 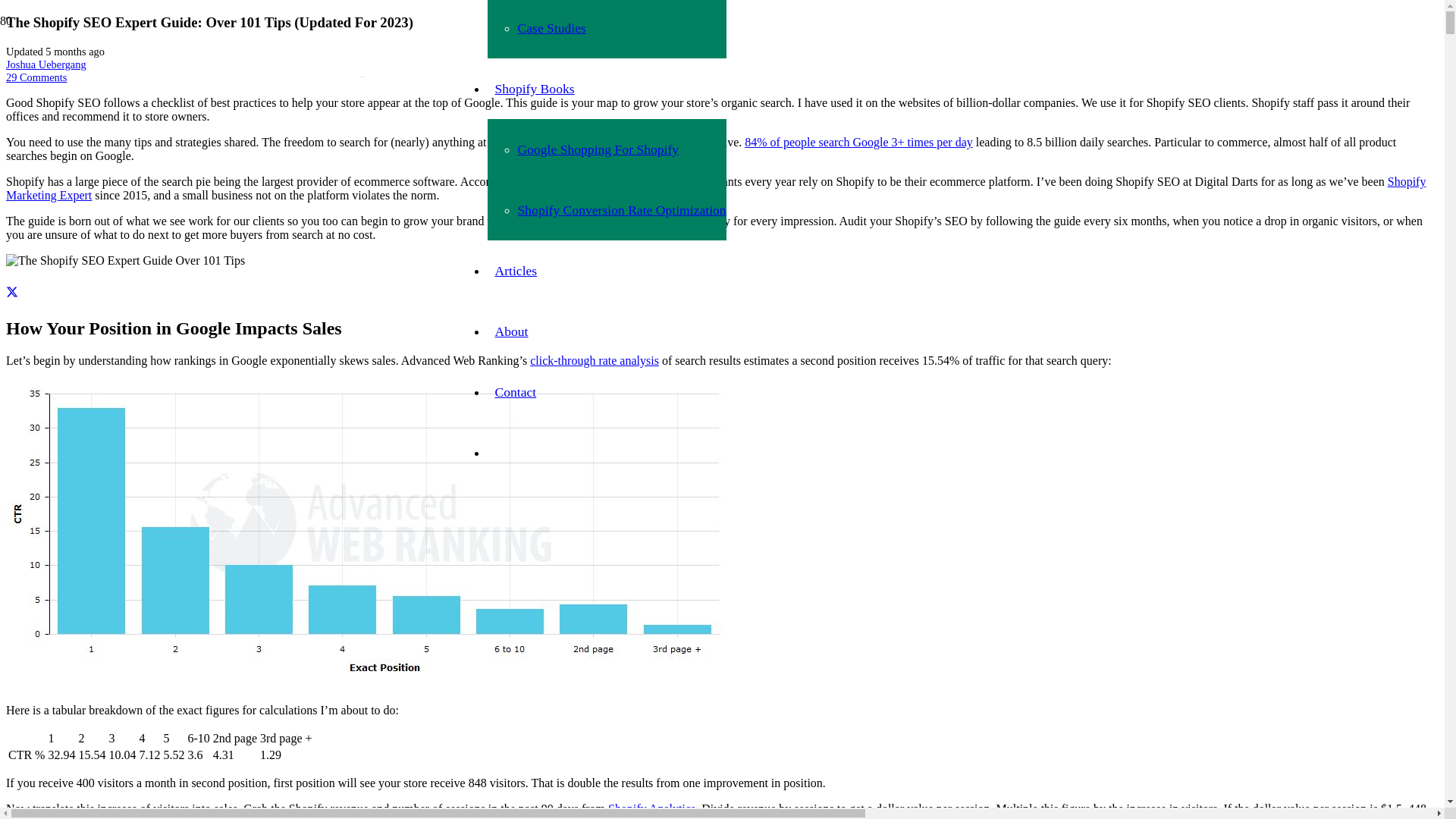 What do you see at coordinates (11, 292) in the screenshot?
I see `'Tweet this'` at bounding box center [11, 292].